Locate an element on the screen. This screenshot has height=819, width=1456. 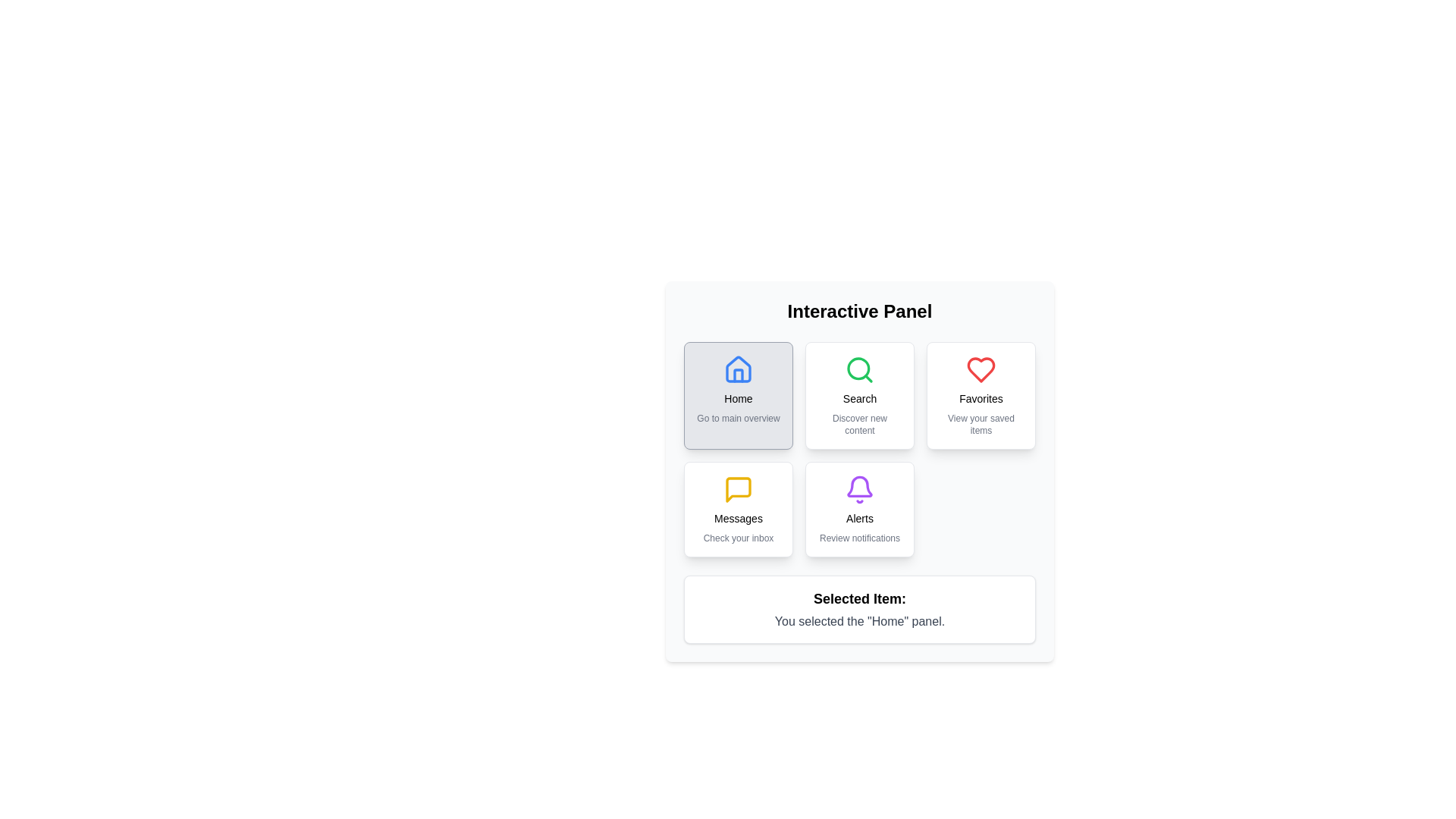
the static label text that indicates the purpose of the panel for viewing messages or checking an inbox, located below the yellow speech bubble icon and above the descriptive text 'Check your inbox' is located at coordinates (739, 517).